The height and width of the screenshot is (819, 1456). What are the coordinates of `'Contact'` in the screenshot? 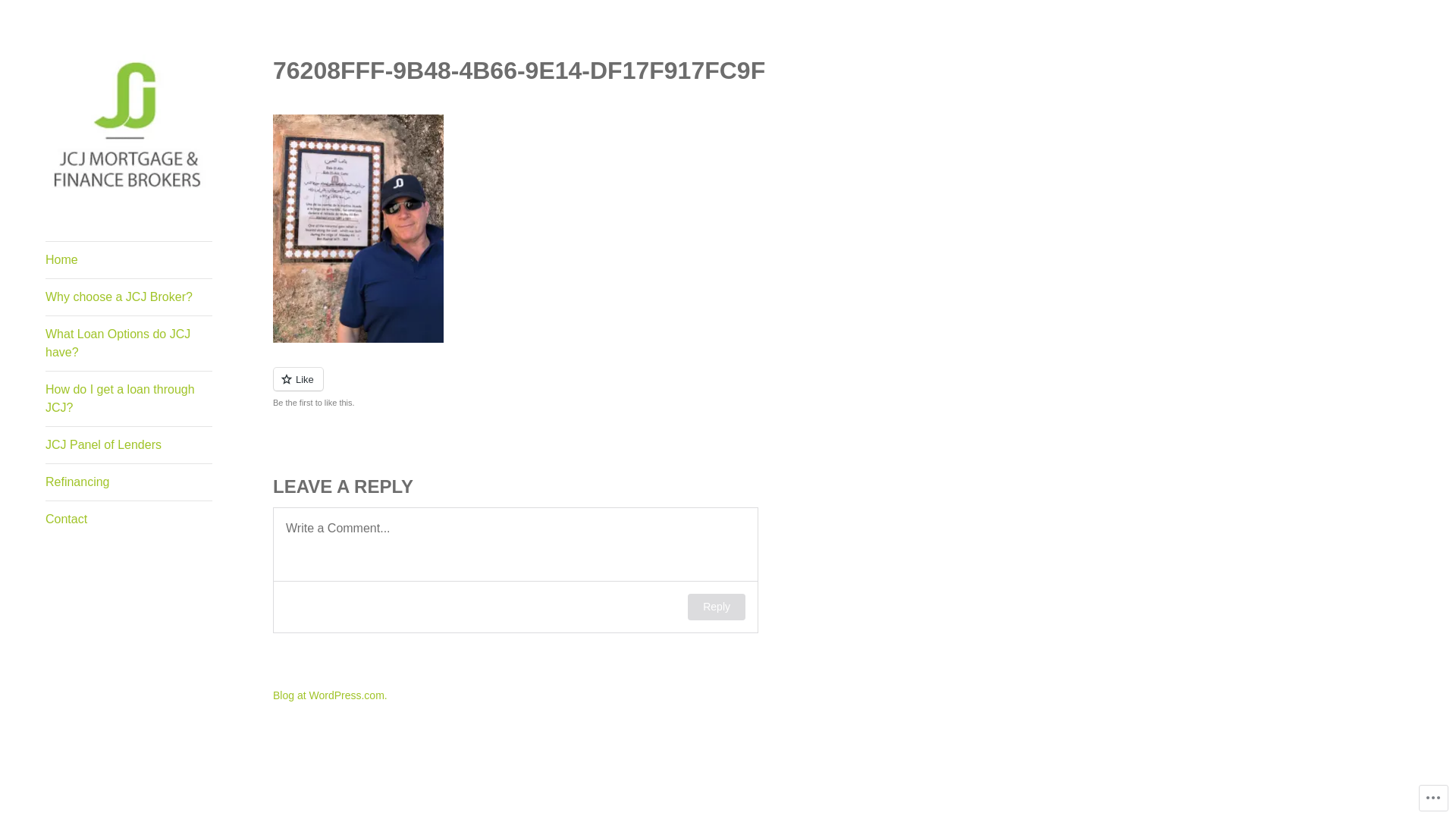 It's located at (128, 519).